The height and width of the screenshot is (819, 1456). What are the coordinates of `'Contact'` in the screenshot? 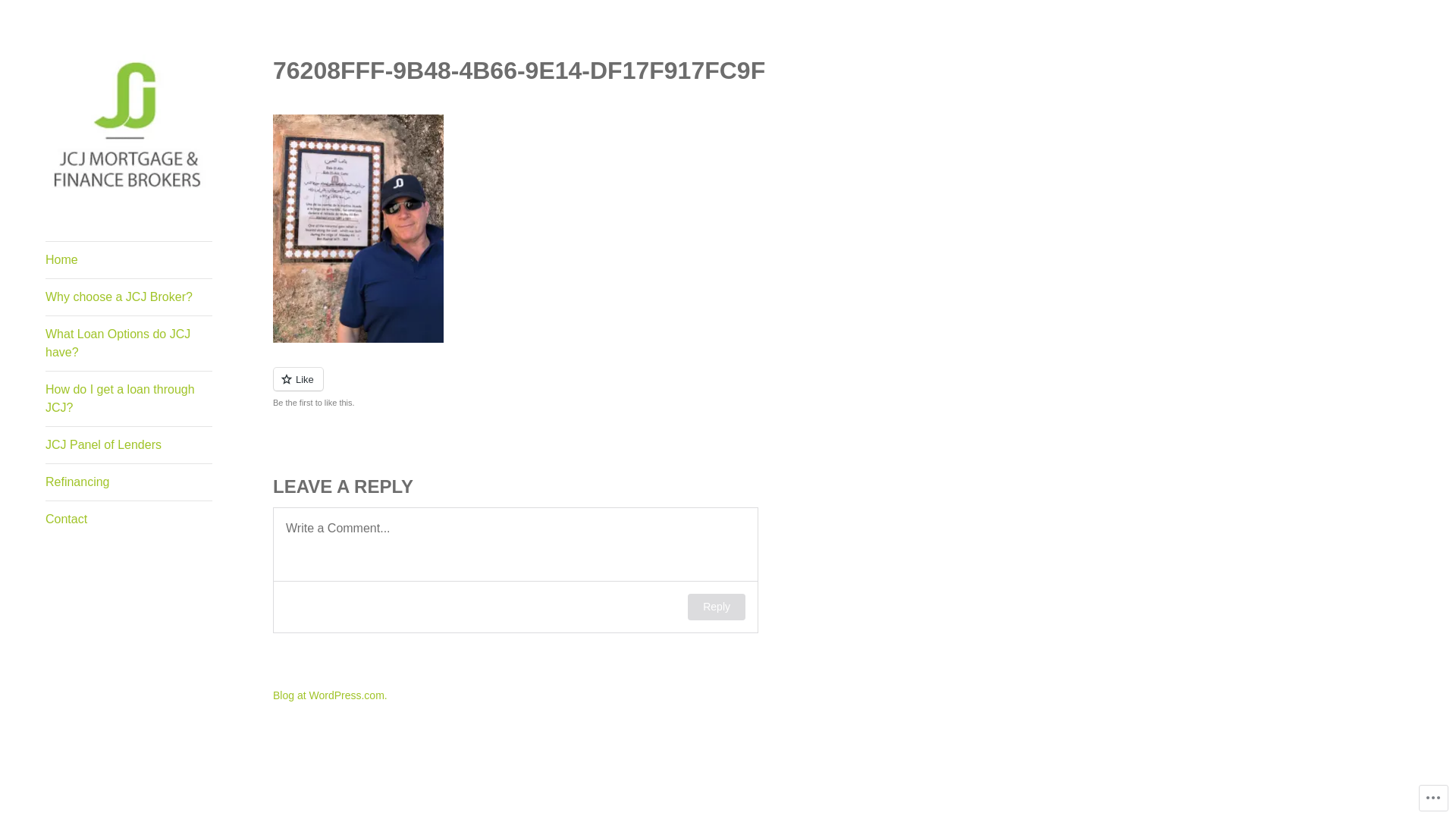 It's located at (128, 519).